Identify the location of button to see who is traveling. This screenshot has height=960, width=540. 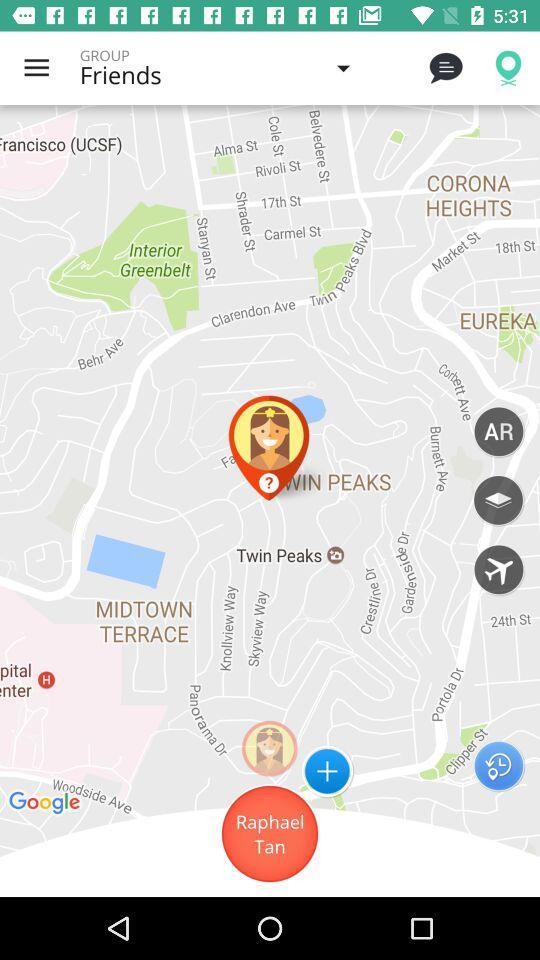
(497, 569).